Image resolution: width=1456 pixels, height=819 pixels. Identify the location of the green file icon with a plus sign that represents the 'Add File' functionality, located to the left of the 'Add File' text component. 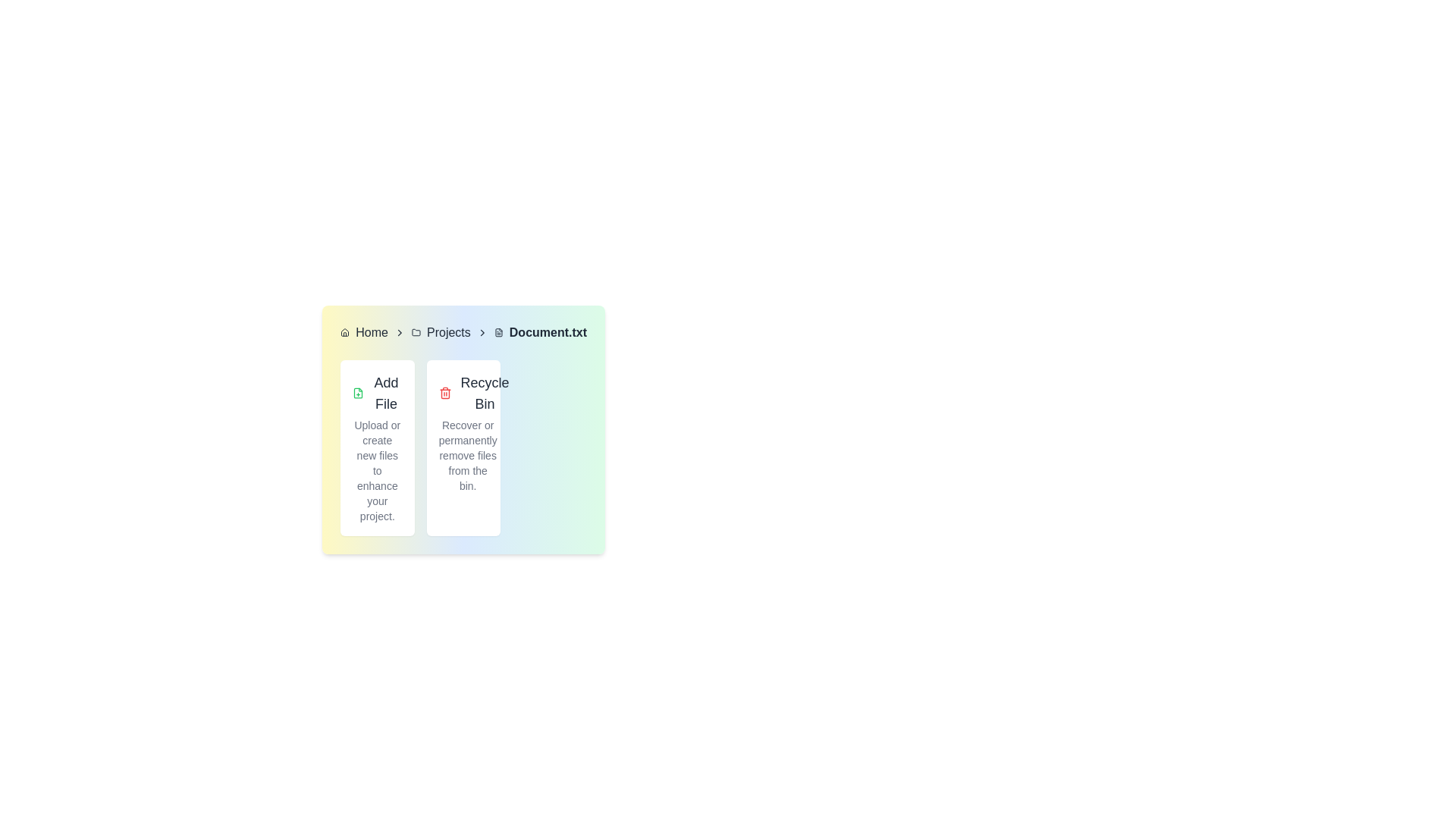
(357, 393).